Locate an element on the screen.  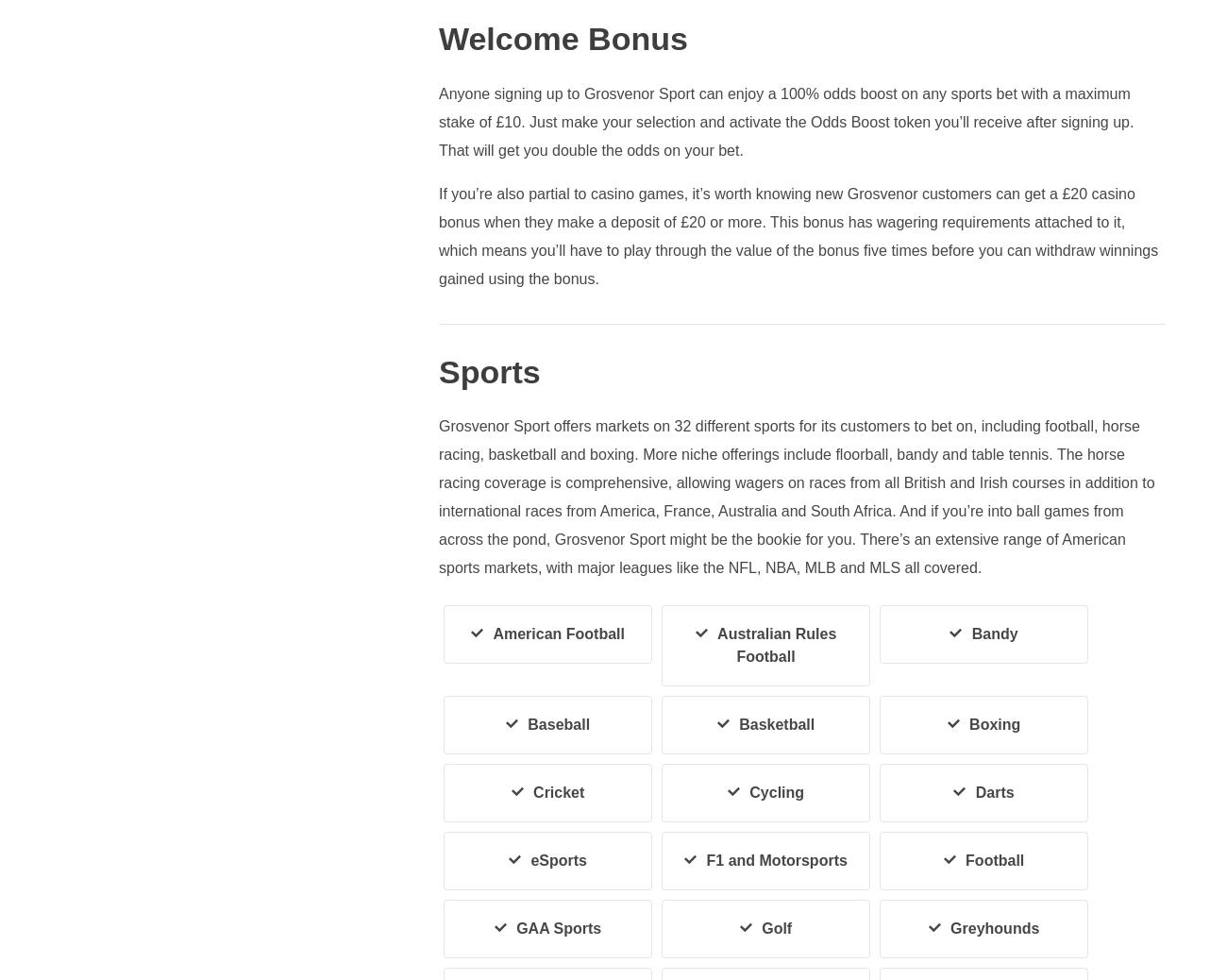
'Football' is located at coordinates (995, 860).